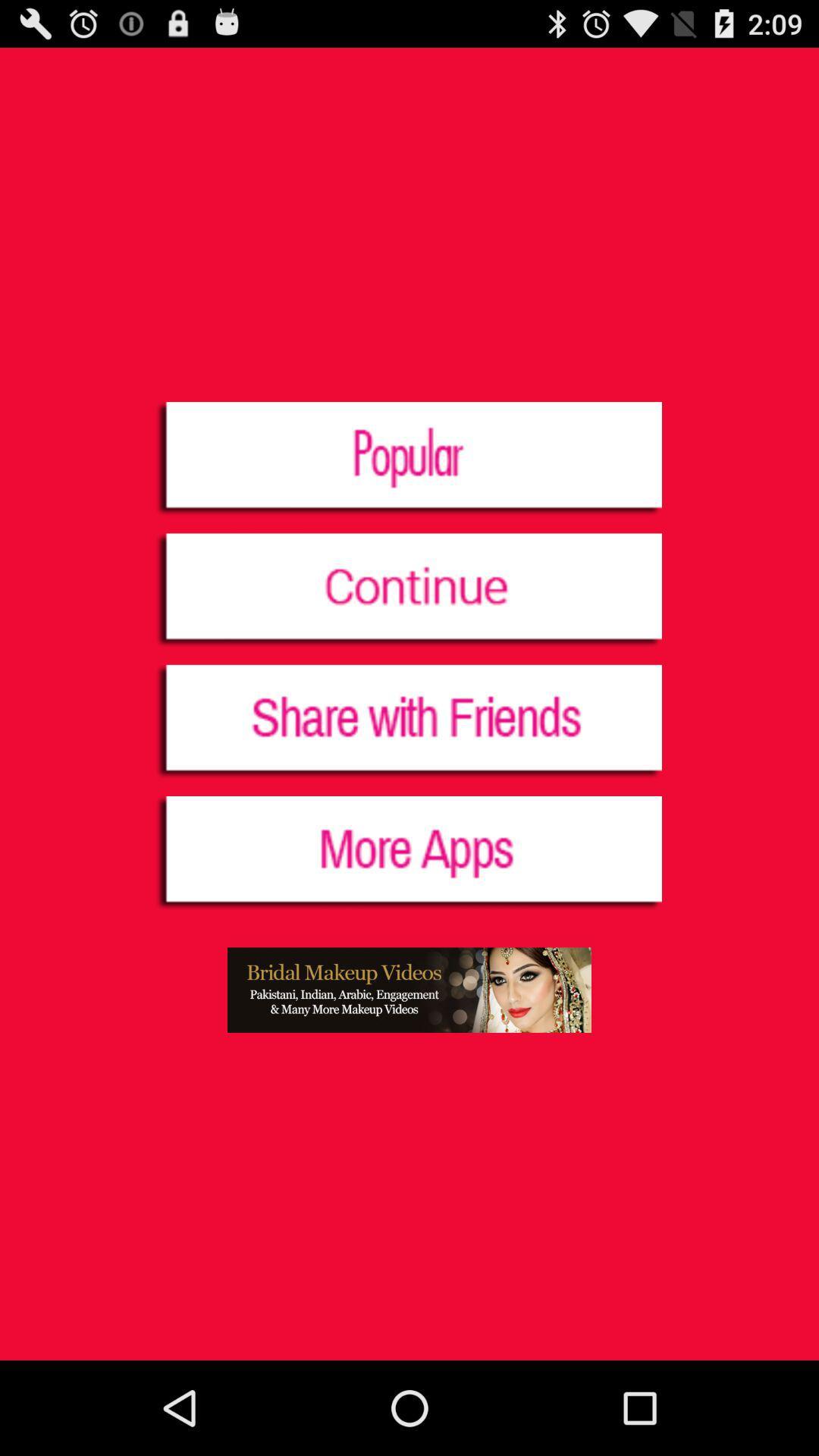  What do you see at coordinates (408, 854) in the screenshot?
I see `more apps` at bounding box center [408, 854].